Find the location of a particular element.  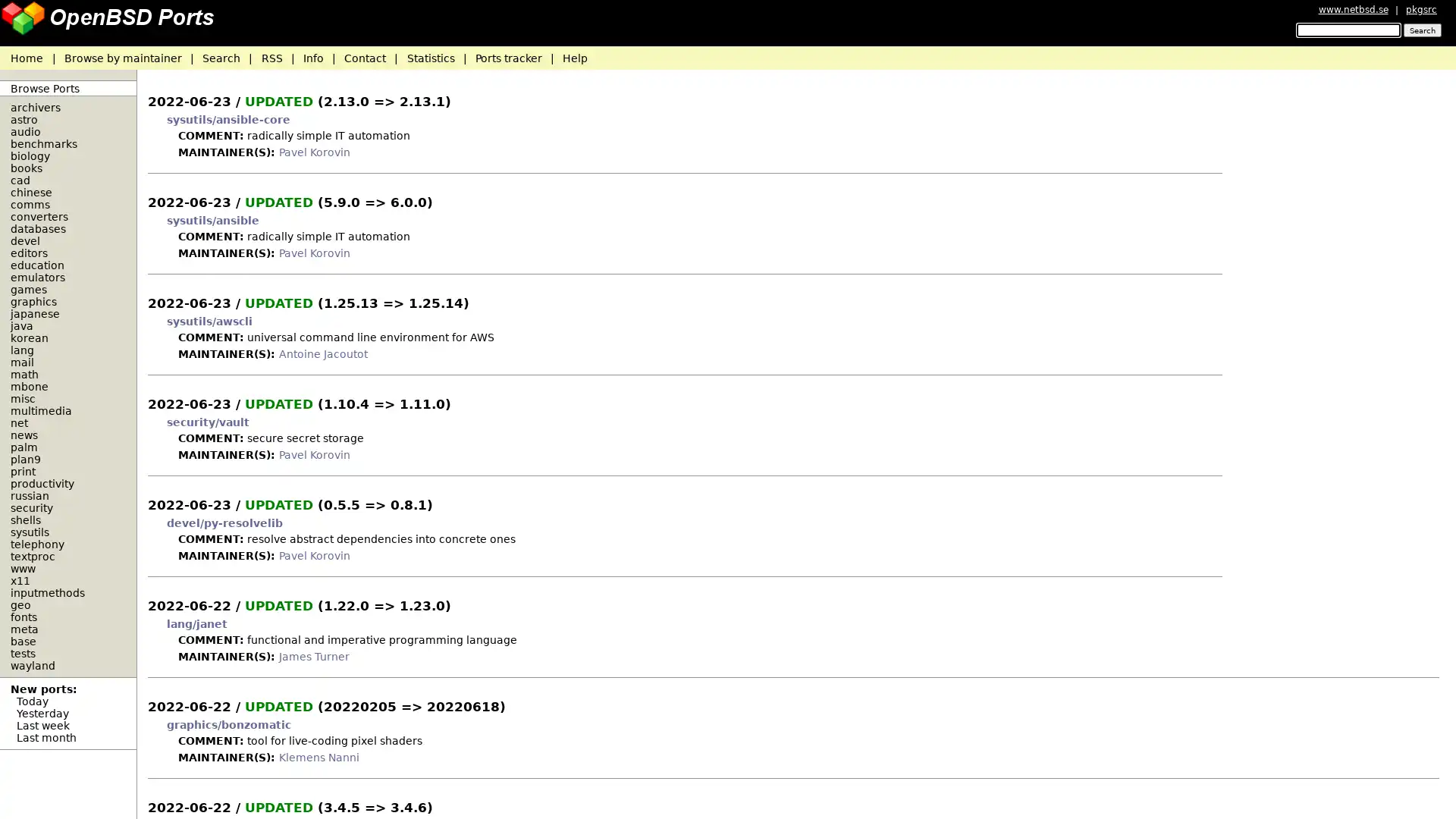

Search is located at coordinates (1421, 30).